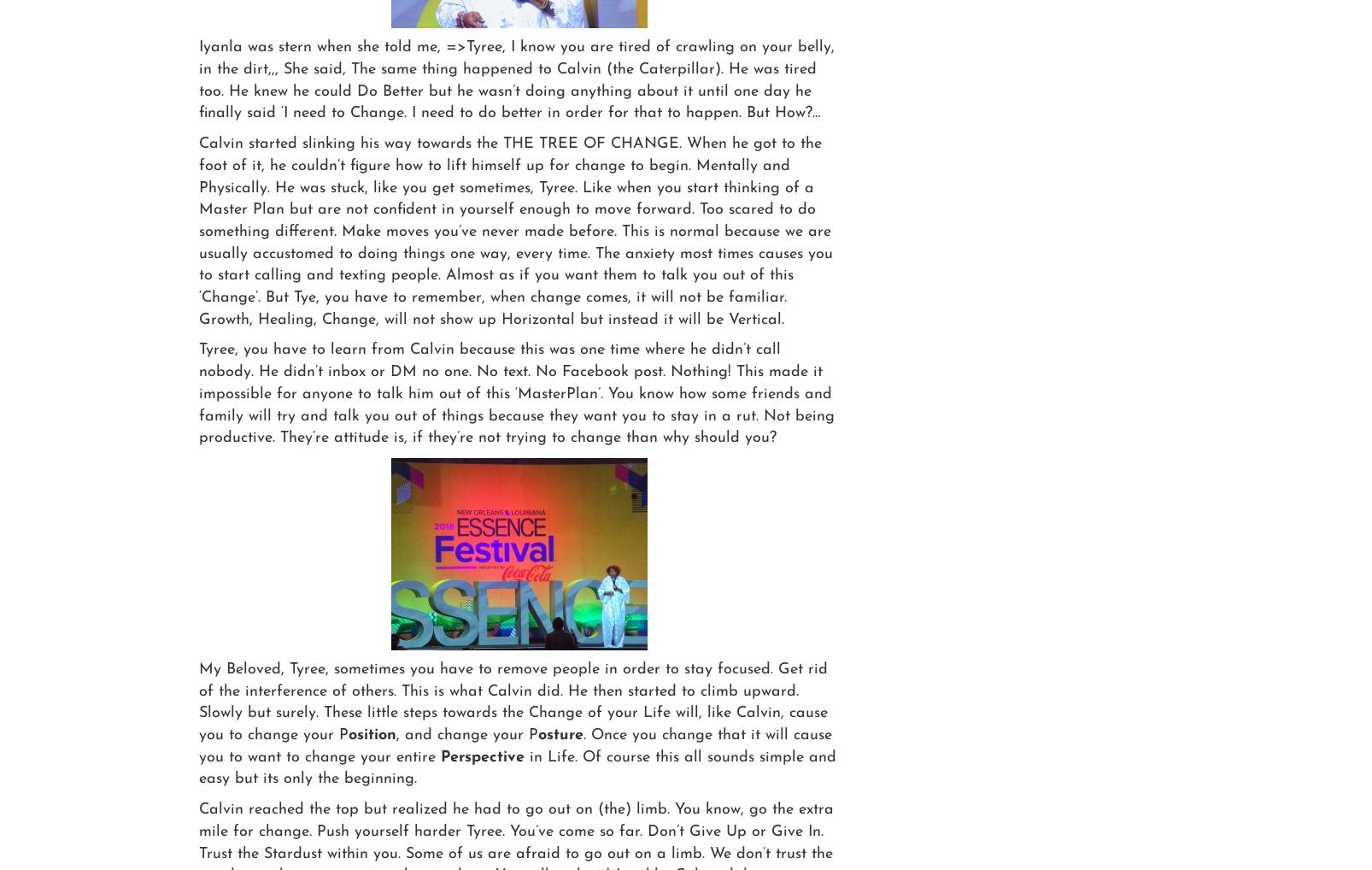  Describe the element at coordinates (516, 79) in the screenshot. I see `'Iyanla was stern when she told me, =>Tyree, I know you are tired of crawling on your belly, in the dirt,,, She said, The same thing happened to Calvin (the Caterpillar). He was tired too. He knew he could Do Better but he wasn’t doing anything about it until one day he finally said ‘I need to Change. I need to do better in order for that to happen. But How?…'` at that location.